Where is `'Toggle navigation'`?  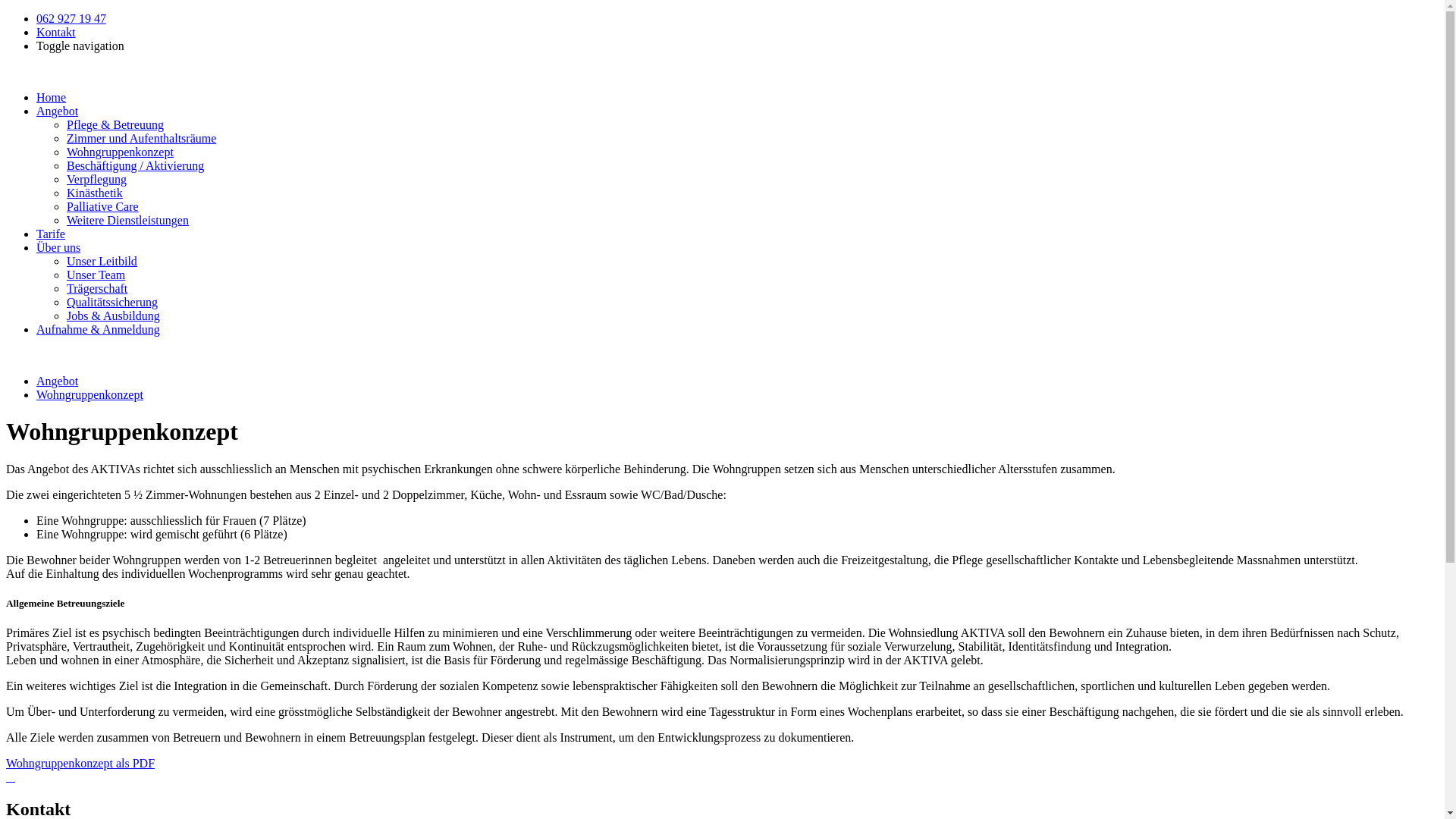
'Toggle navigation' is located at coordinates (79, 45).